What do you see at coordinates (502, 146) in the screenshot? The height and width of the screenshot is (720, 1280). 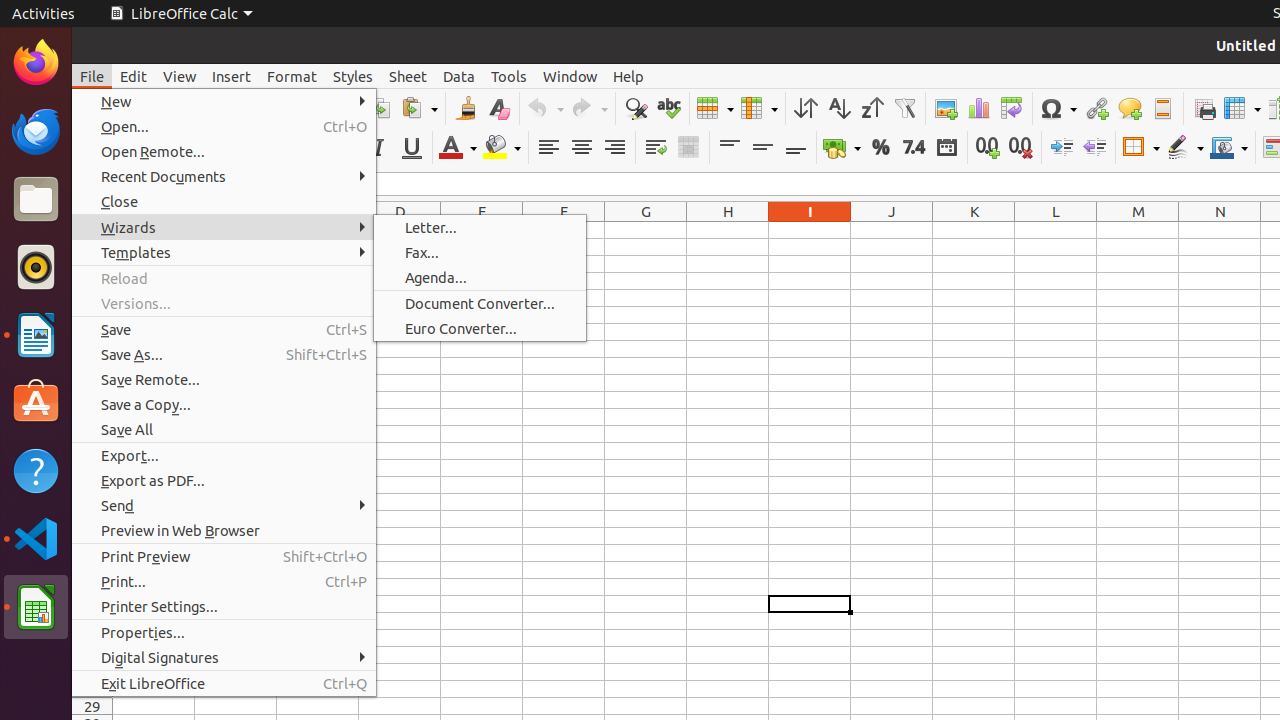 I see `'Background Color'` at bounding box center [502, 146].